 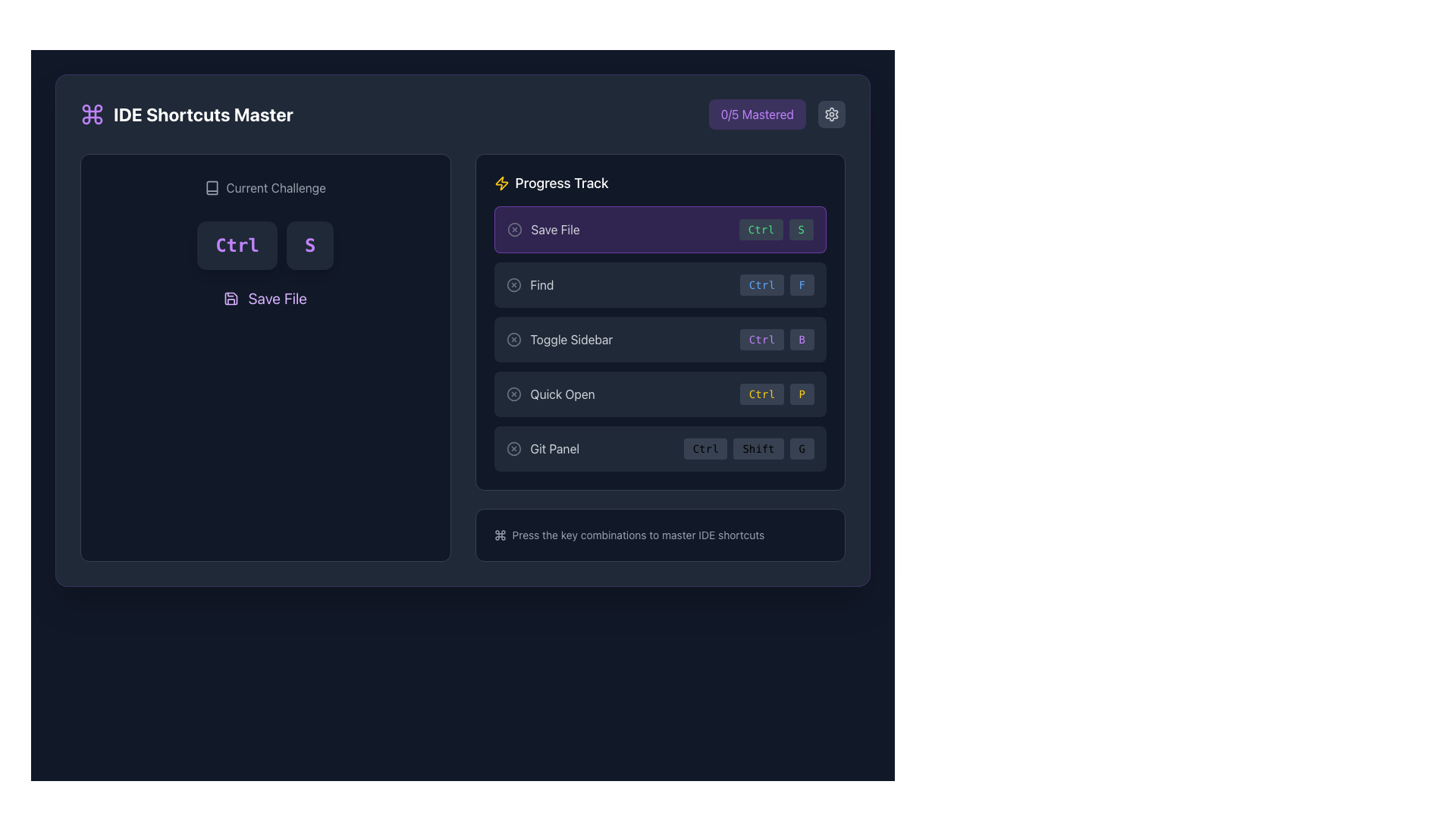 I want to click on the label containing the text 'F', which has a gray background and blue text, and is positioned to the right of the 'Ctrl' box in the UI section displaying key combinations, so click(x=801, y=284).